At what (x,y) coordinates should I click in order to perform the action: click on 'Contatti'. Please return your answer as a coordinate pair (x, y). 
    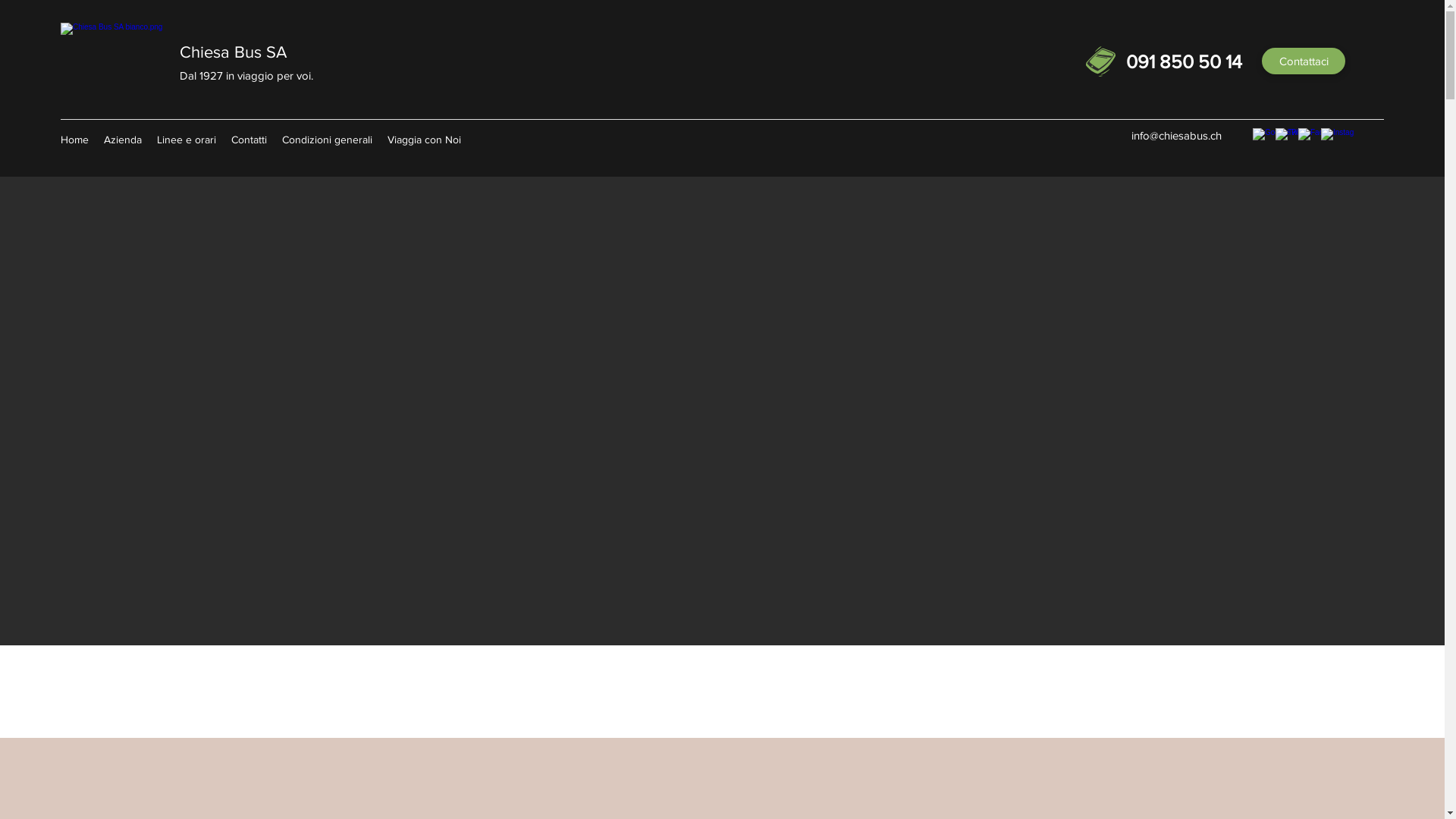
    Looking at the image, I should click on (249, 140).